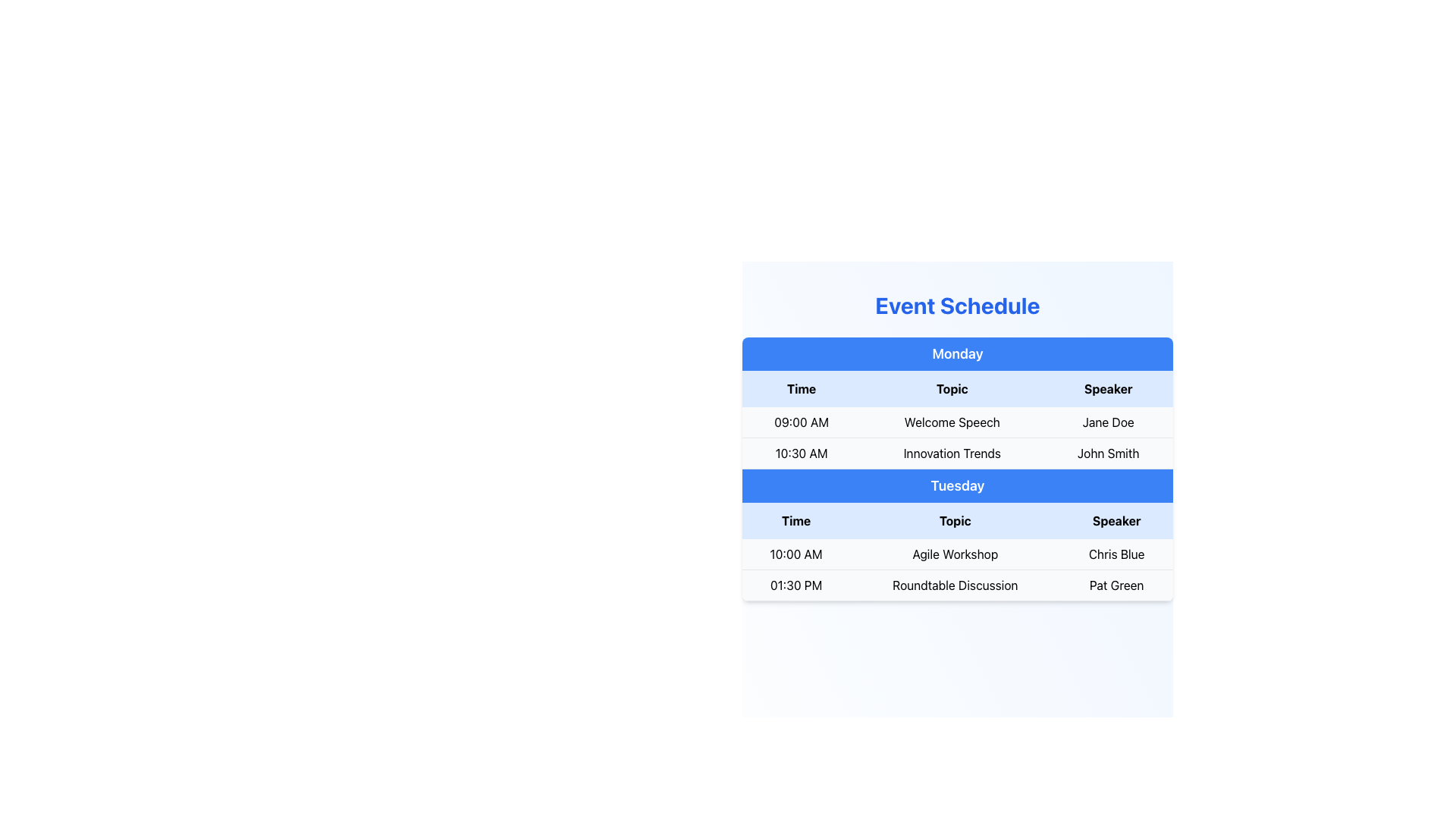  What do you see at coordinates (956, 570) in the screenshot?
I see `the last two rows of the schedule table for Tuesday, which display the start time, topic description, and speaker's name` at bounding box center [956, 570].